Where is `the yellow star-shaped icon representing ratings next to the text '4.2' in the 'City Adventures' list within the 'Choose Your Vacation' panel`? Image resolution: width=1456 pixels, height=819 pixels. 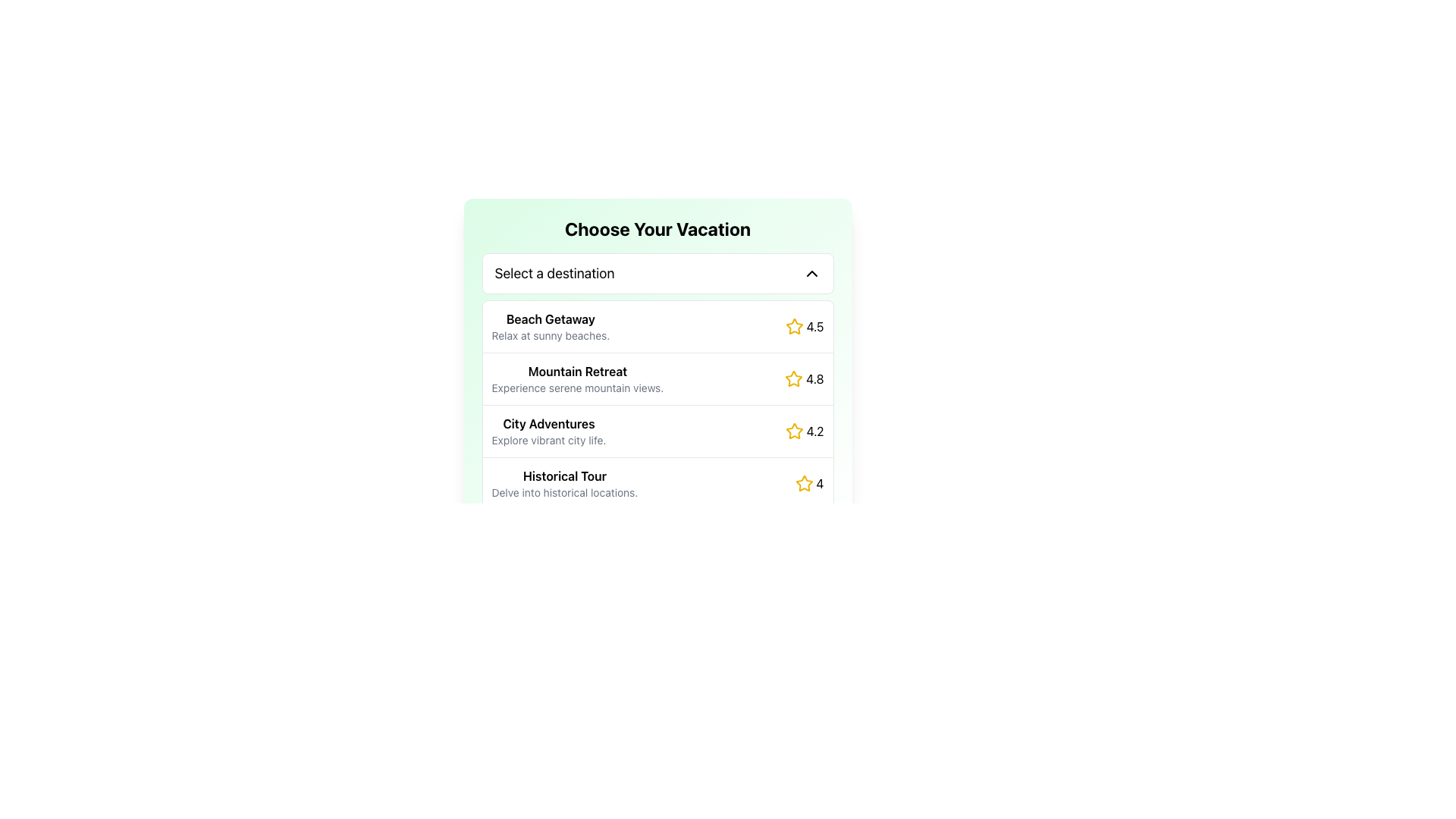 the yellow star-shaped icon representing ratings next to the text '4.2' in the 'City Adventures' list within the 'Choose Your Vacation' panel is located at coordinates (793, 431).